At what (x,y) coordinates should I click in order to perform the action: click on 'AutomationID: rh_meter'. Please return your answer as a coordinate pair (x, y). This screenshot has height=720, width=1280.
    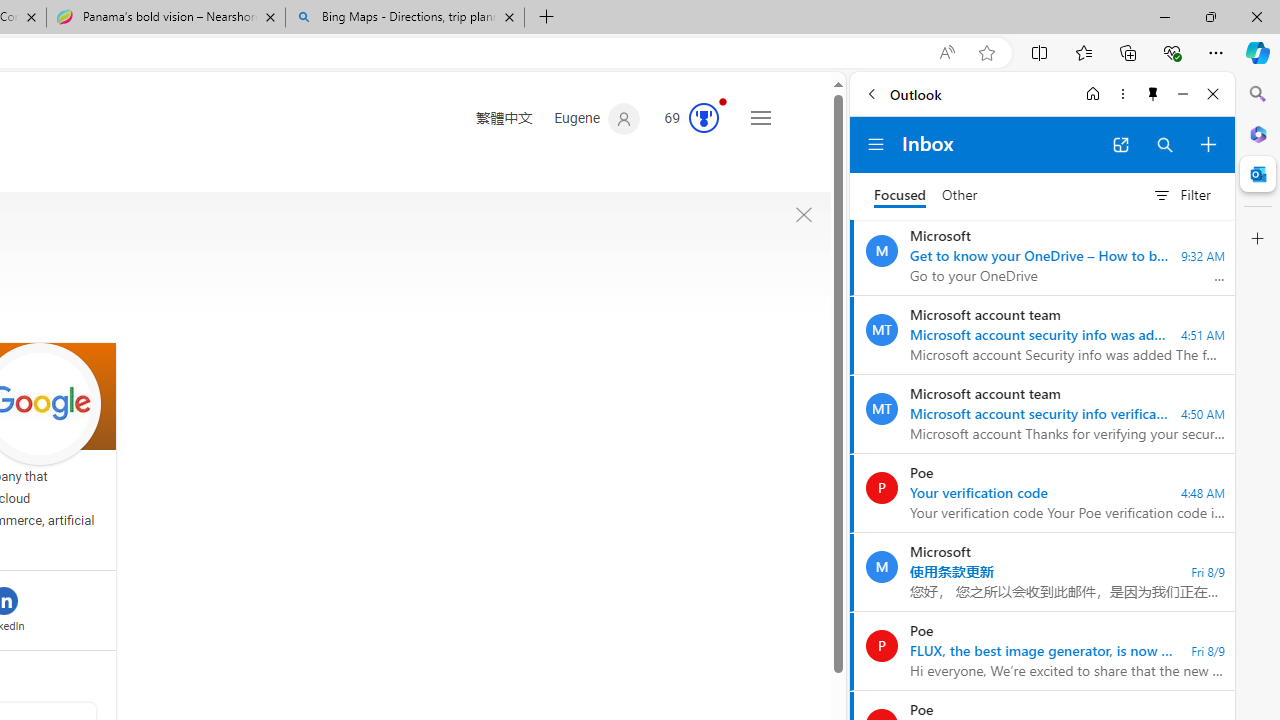
    Looking at the image, I should click on (704, 118).